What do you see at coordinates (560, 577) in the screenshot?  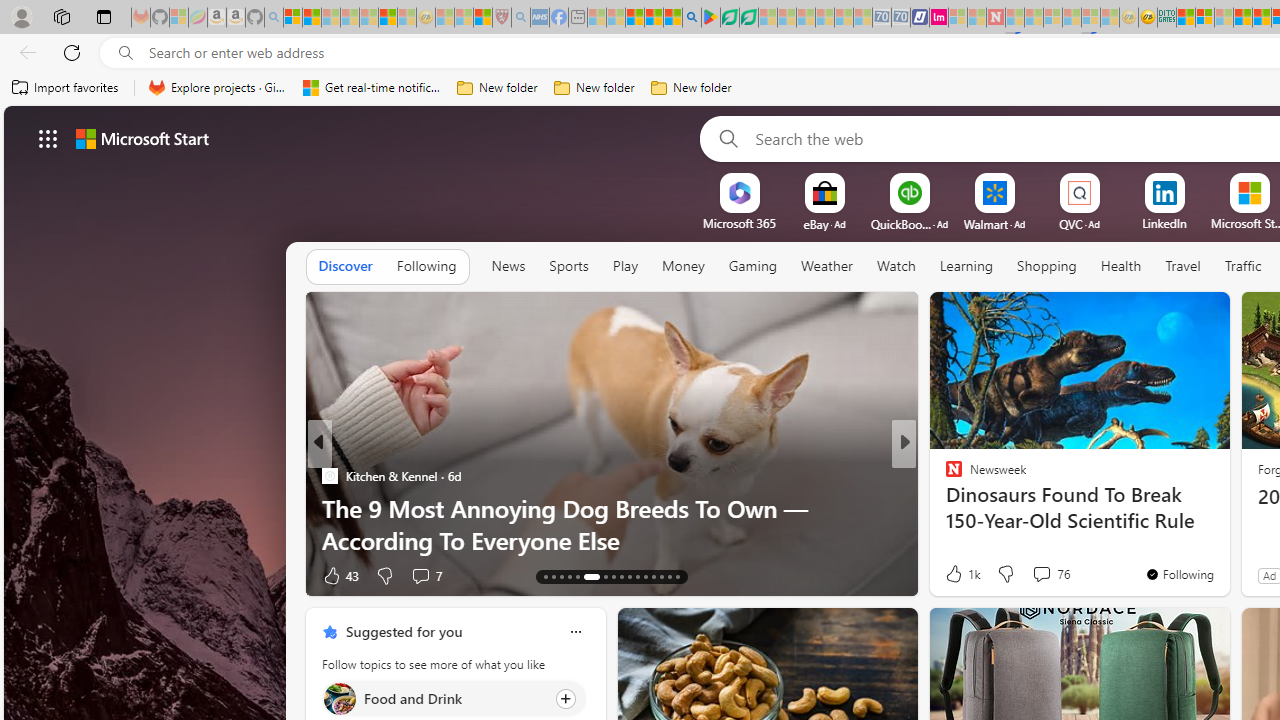 I see `'AutomationID: tab-15'` at bounding box center [560, 577].